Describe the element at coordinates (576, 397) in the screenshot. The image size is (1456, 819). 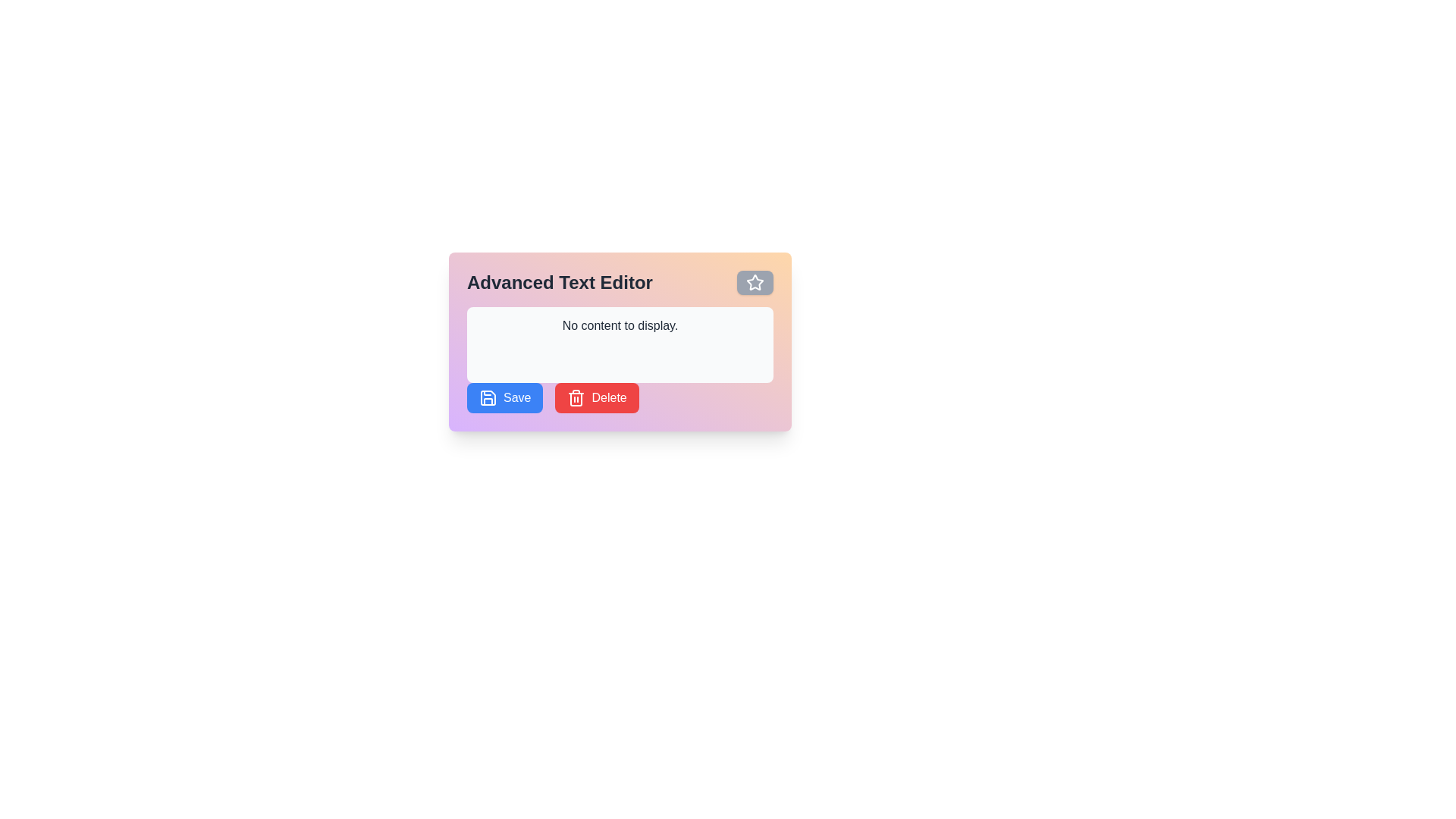
I see `the trash bin icon located within the 'Delete' button at the bottom right of the 'Advanced Text Editor' content card` at that location.